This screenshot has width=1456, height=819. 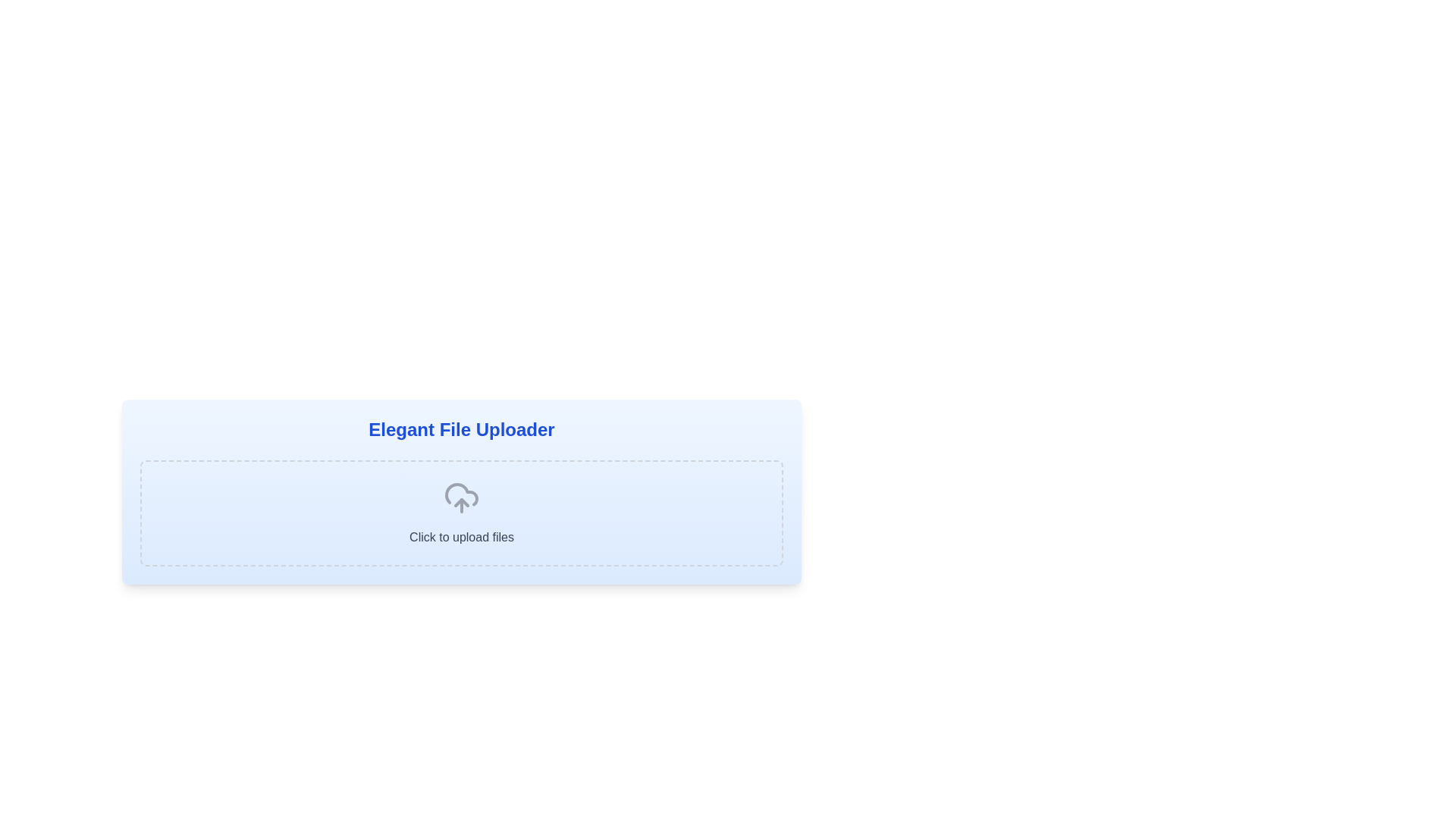 What do you see at coordinates (461, 513) in the screenshot?
I see `the interactive file upload area located under the 'Elegant File Uploader' heading` at bounding box center [461, 513].